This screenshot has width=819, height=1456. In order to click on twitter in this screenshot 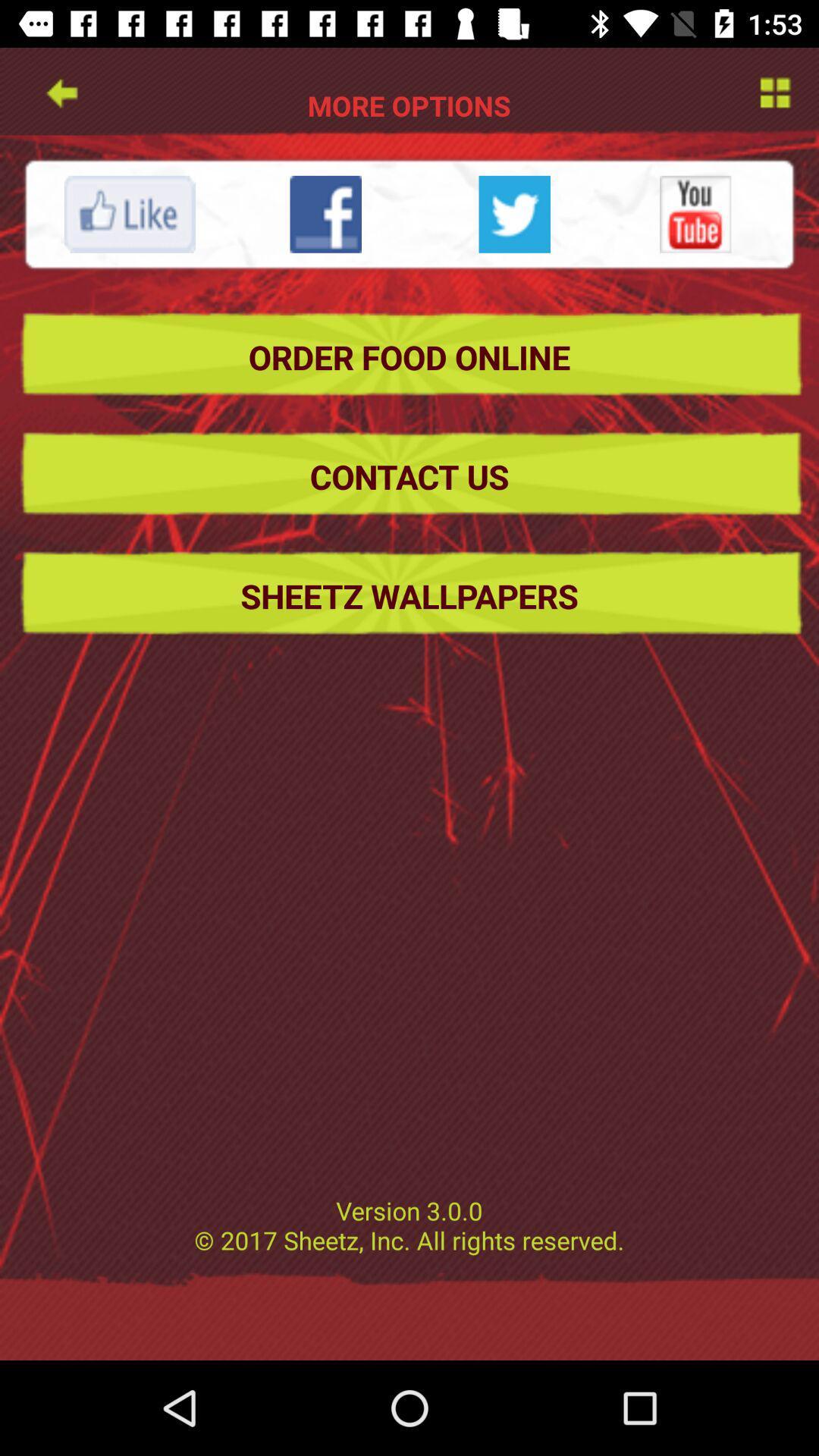, I will do `click(513, 213)`.